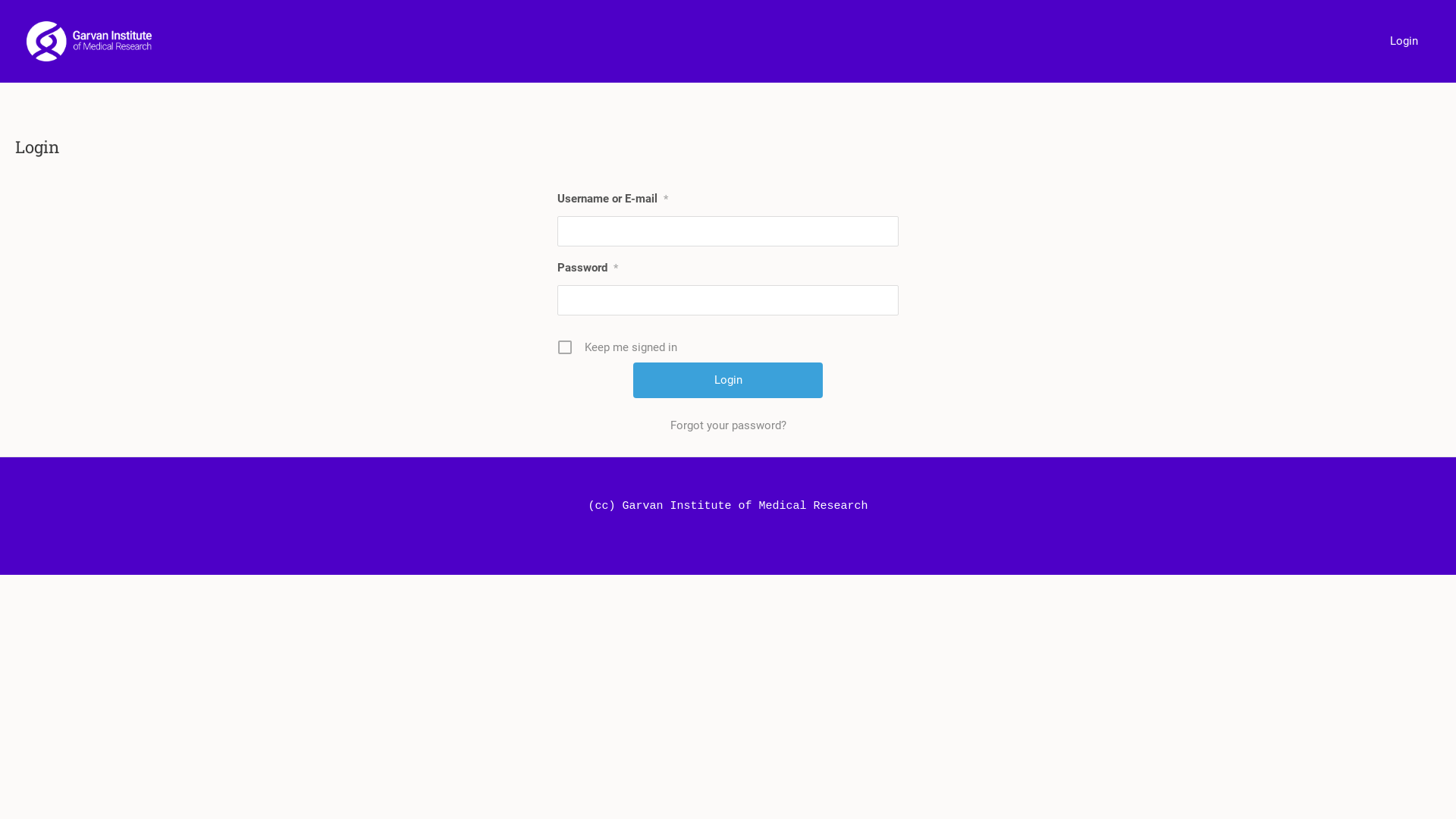 The height and width of the screenshot is (819, 1456). I want to click on 'Forgot your password?', so click(728, 425).